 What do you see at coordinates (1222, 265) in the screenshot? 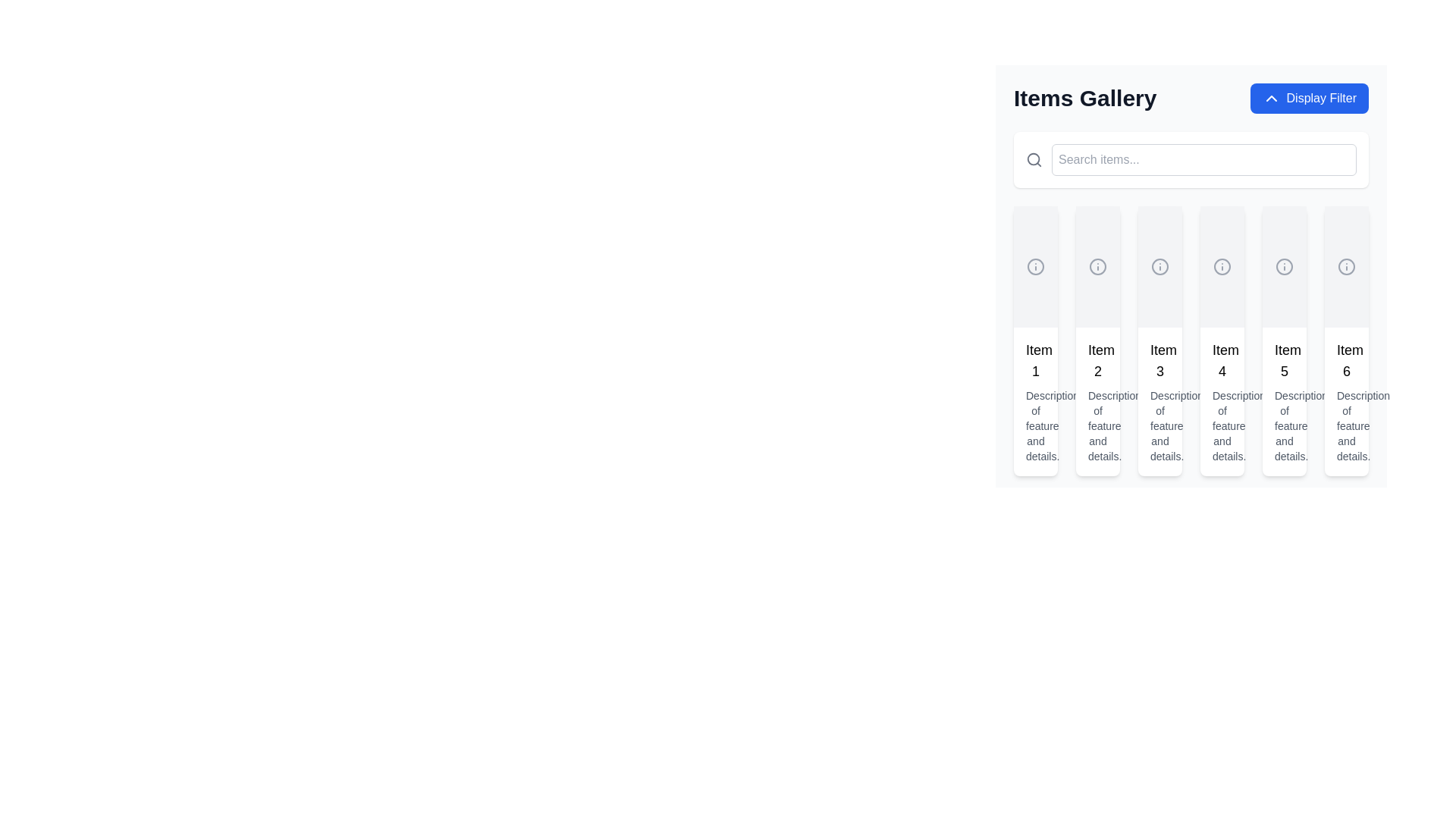
I see `the informational icon located in the fourth position of a horizontal list within the 'Item 4' card in the Items Gallery` at bounding box center [1222, 265].